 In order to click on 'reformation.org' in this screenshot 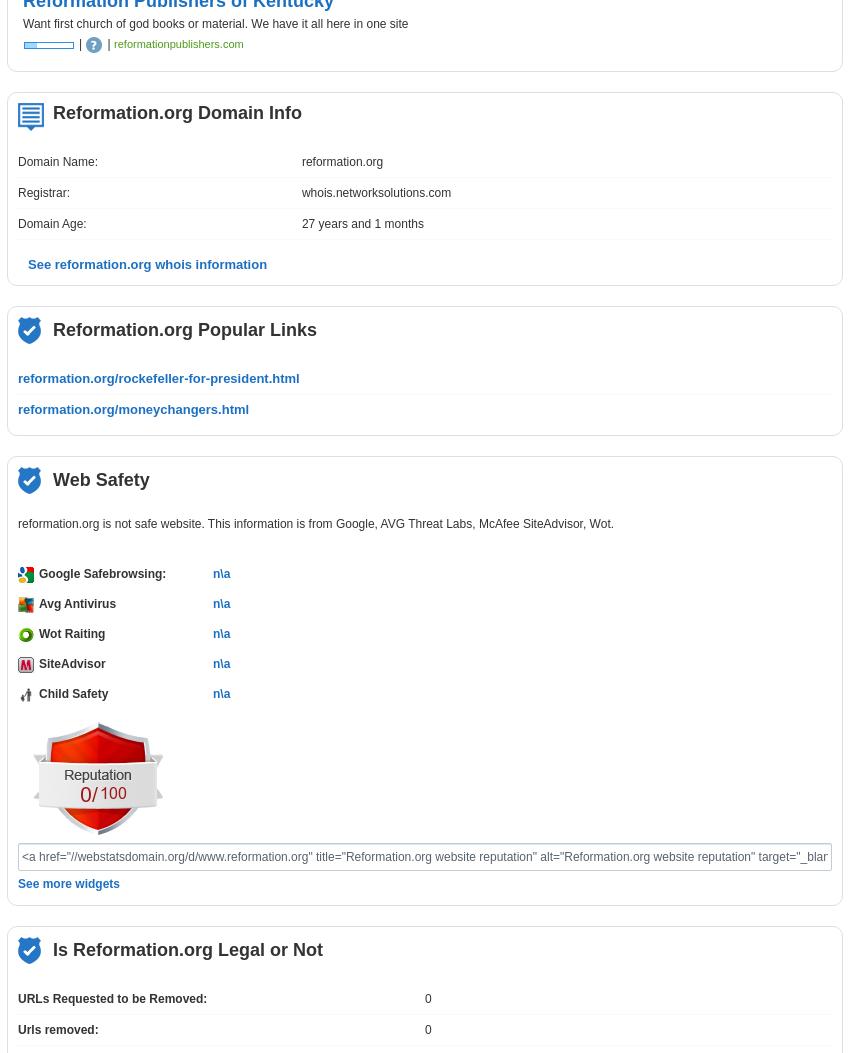, I will do `click(300, 160)`.